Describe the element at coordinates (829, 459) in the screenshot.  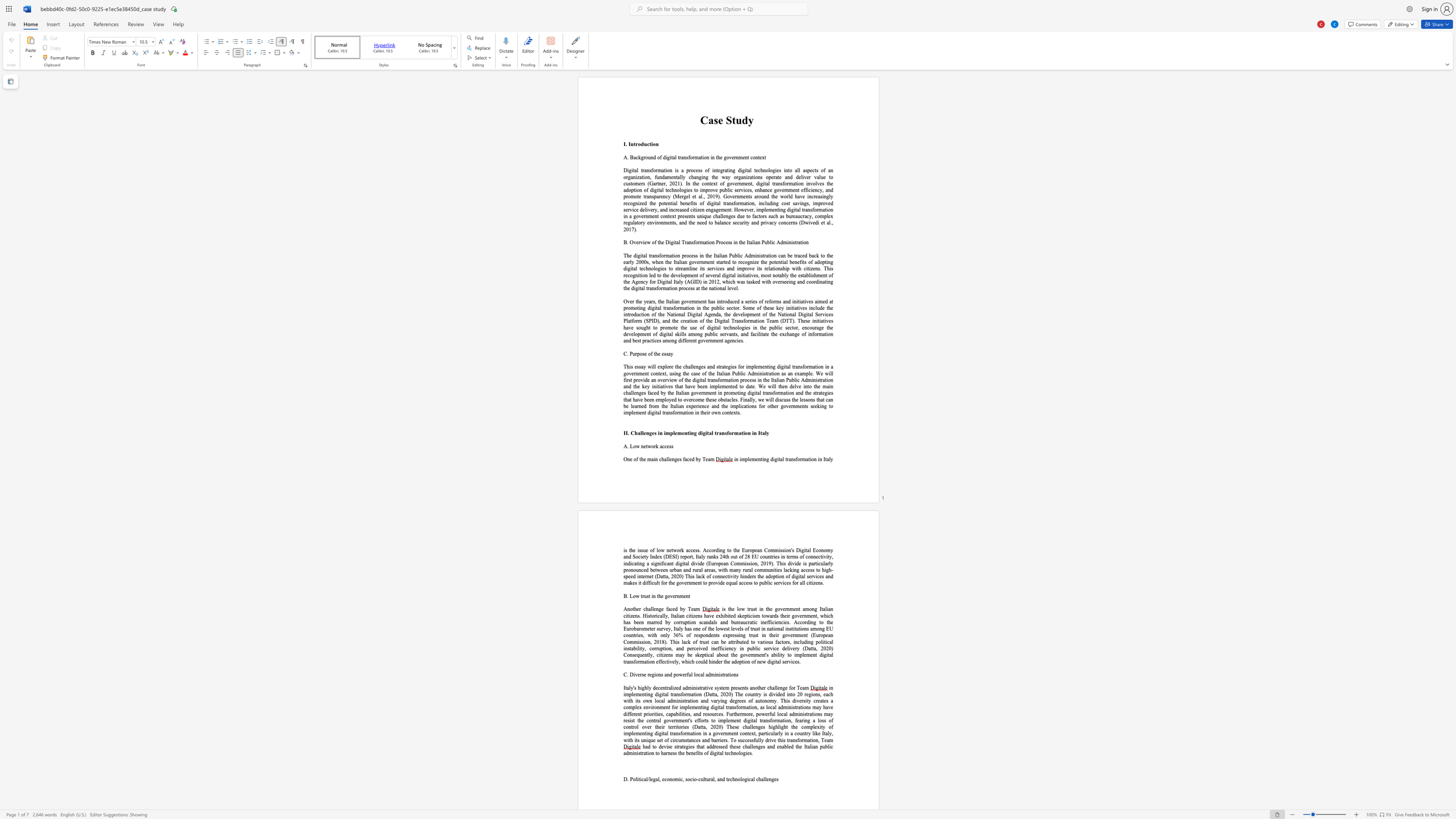
I see `the 3th character "l" in the text` at that location.